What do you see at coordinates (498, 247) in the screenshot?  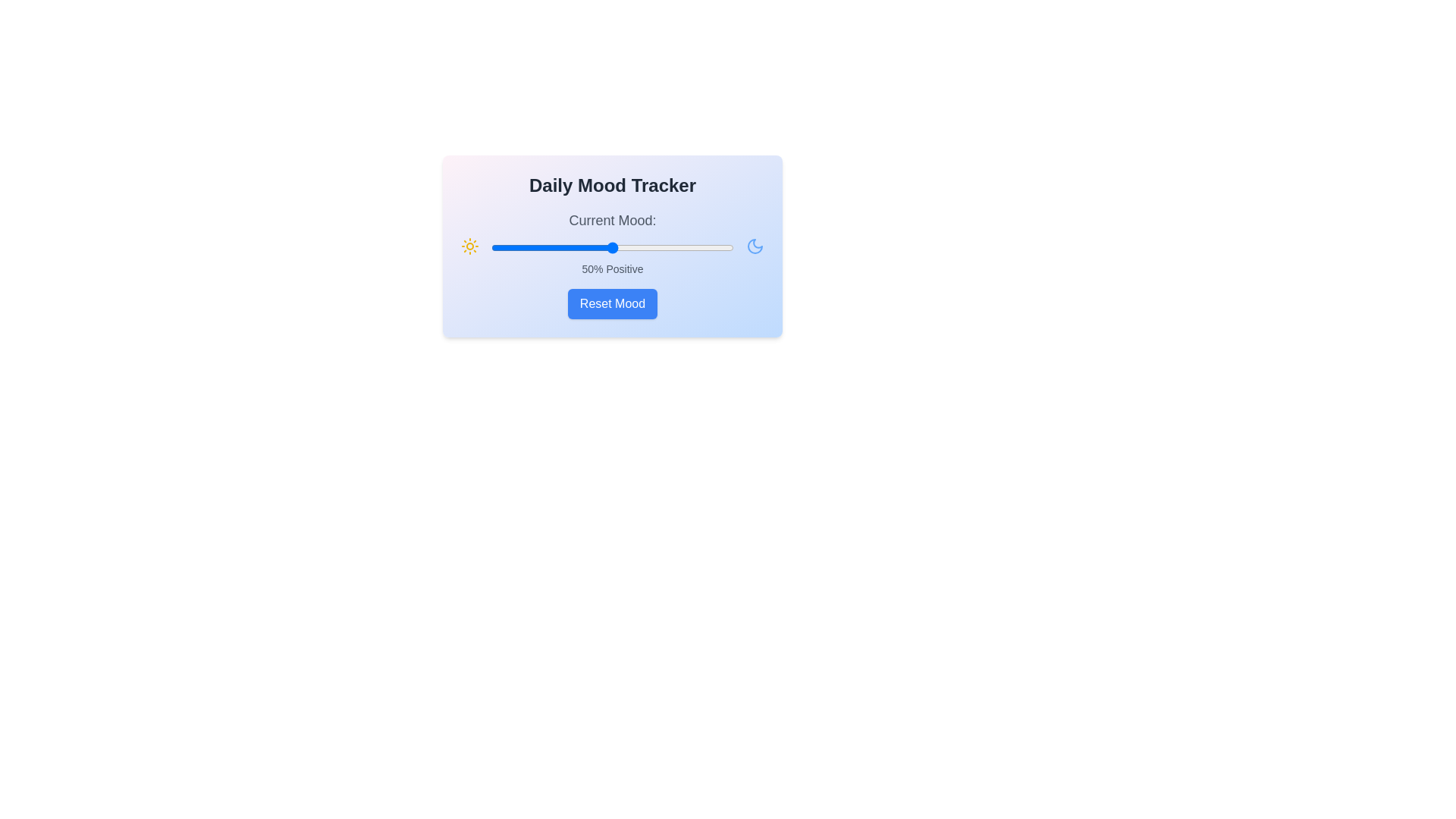 I see `the mood slider` at bounding box center [498, 247].